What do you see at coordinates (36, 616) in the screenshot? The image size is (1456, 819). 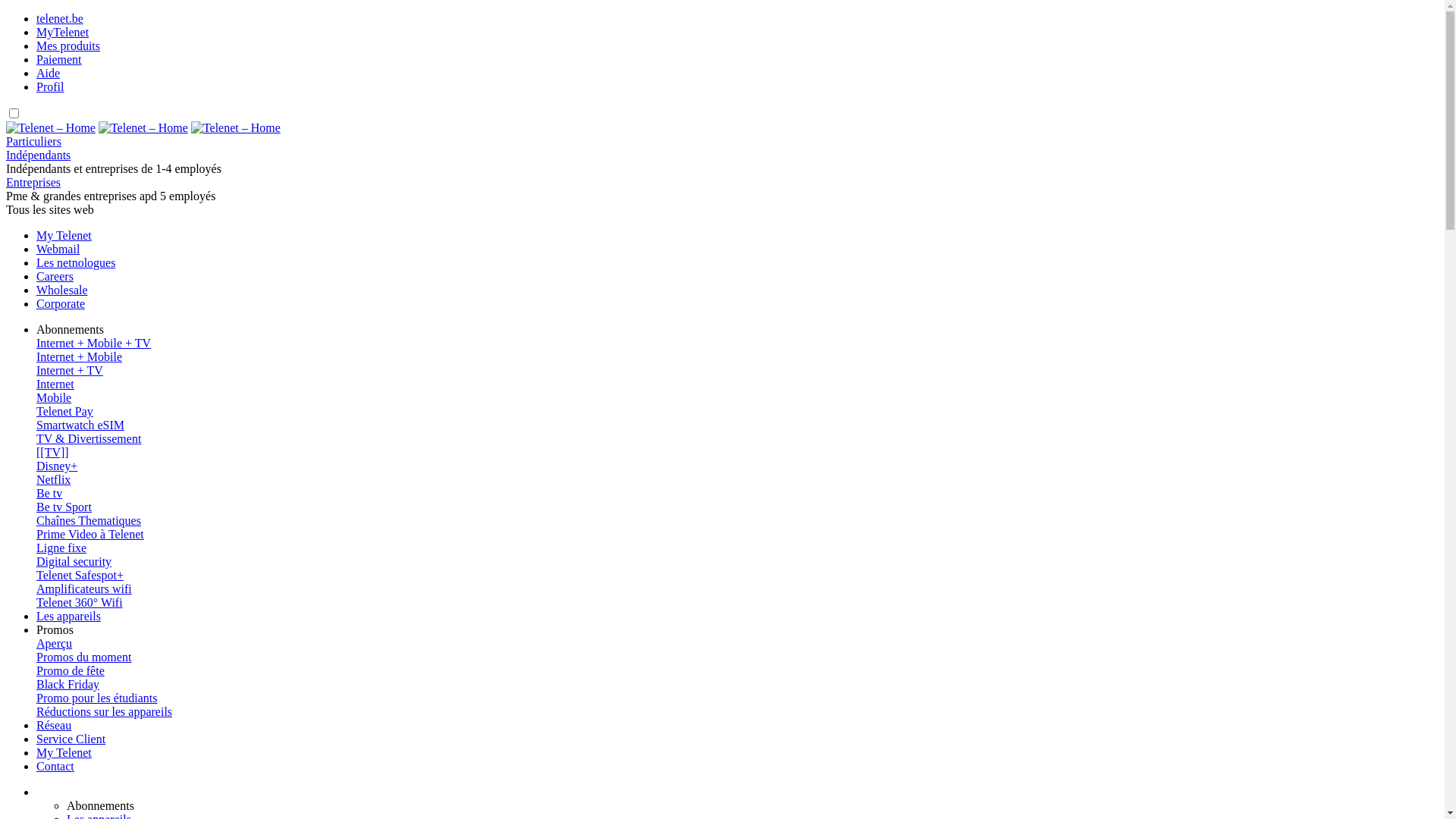 I see `'Les appareils'` at bounding box center [36, 616].